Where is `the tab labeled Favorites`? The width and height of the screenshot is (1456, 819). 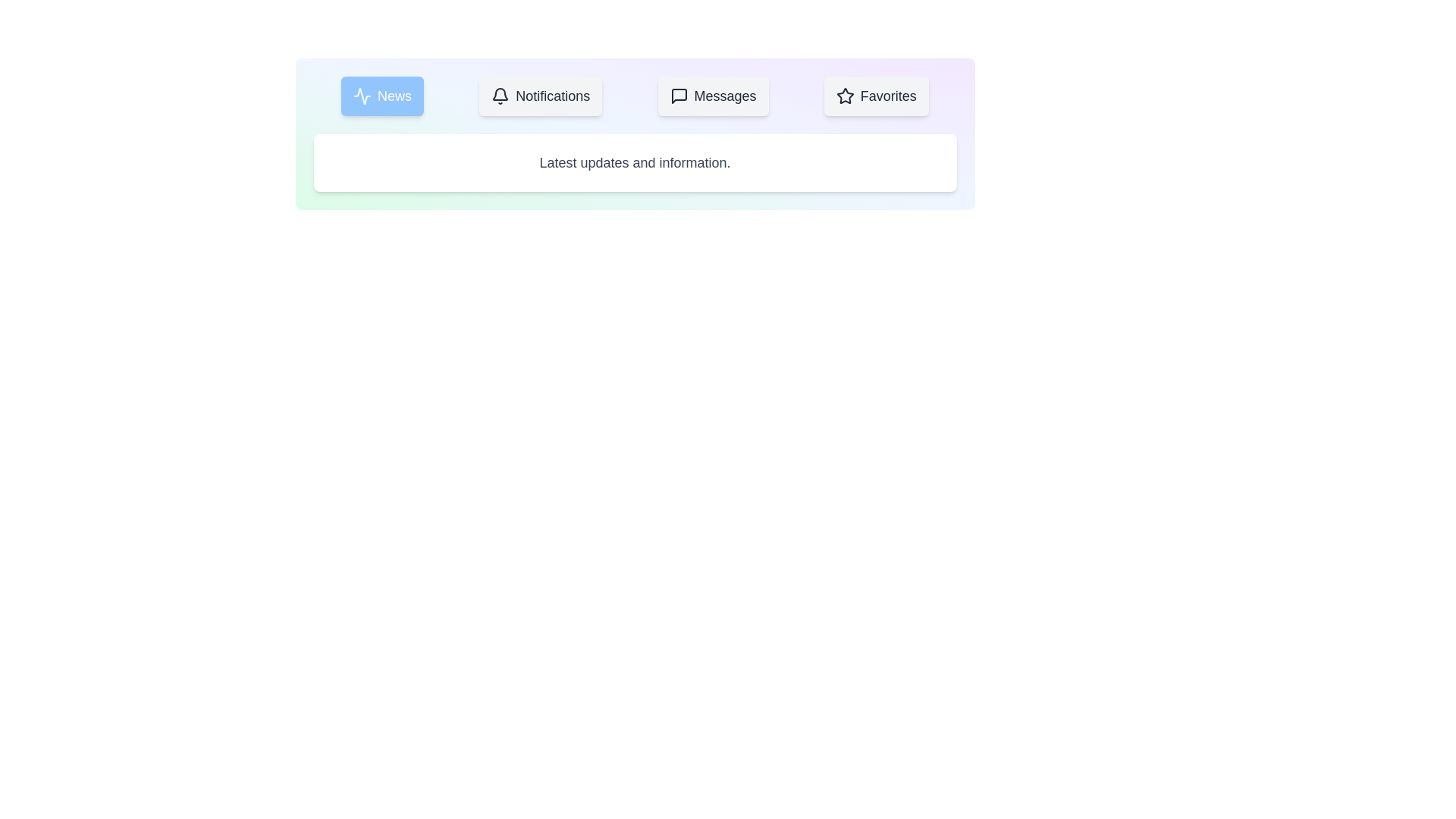
the tab labeled Favorites is located at coordinates (876, 96).